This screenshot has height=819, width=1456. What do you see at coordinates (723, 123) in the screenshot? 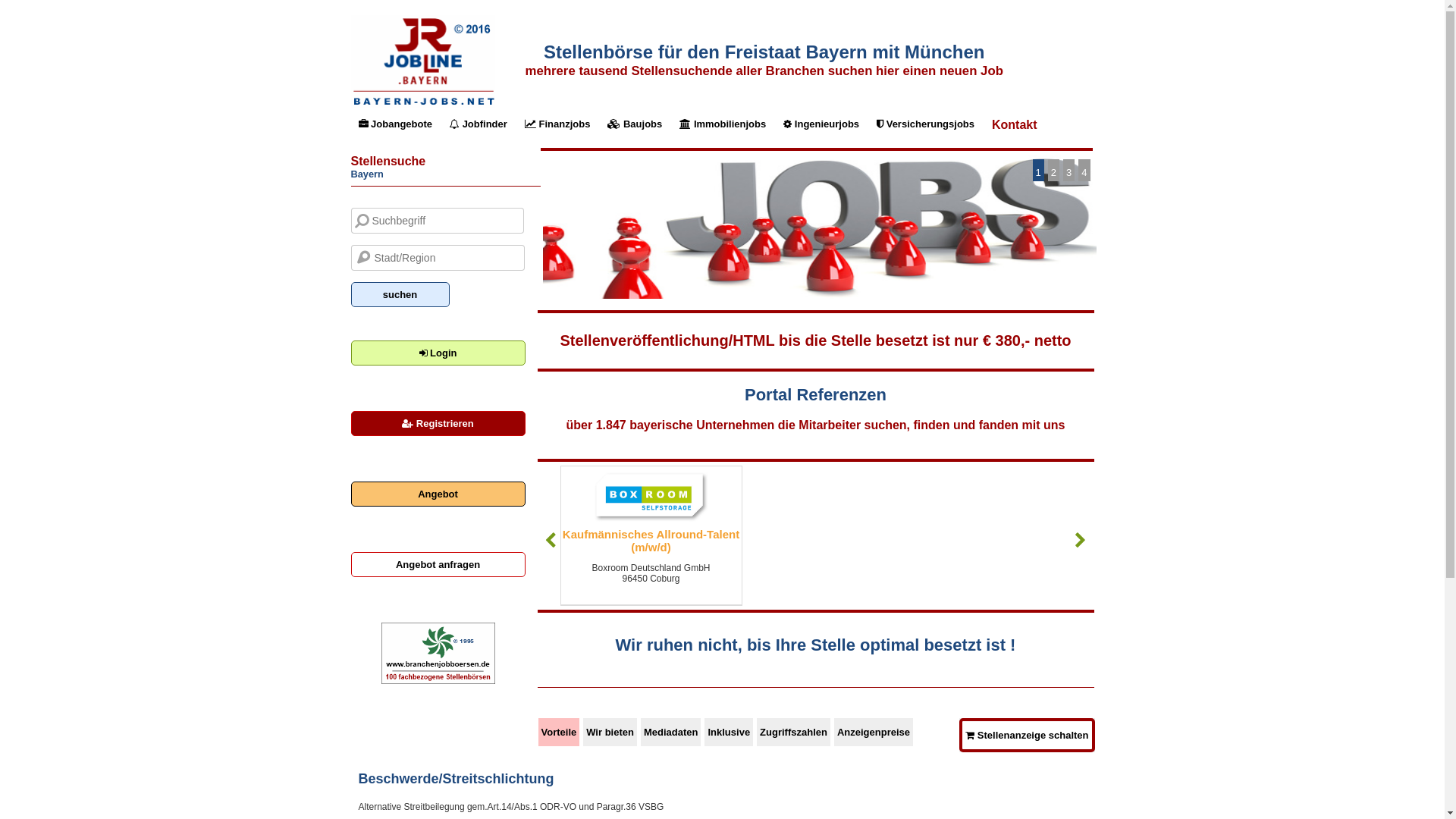
I see `'Immobilienjobs'` at bounding box center [723, 123].